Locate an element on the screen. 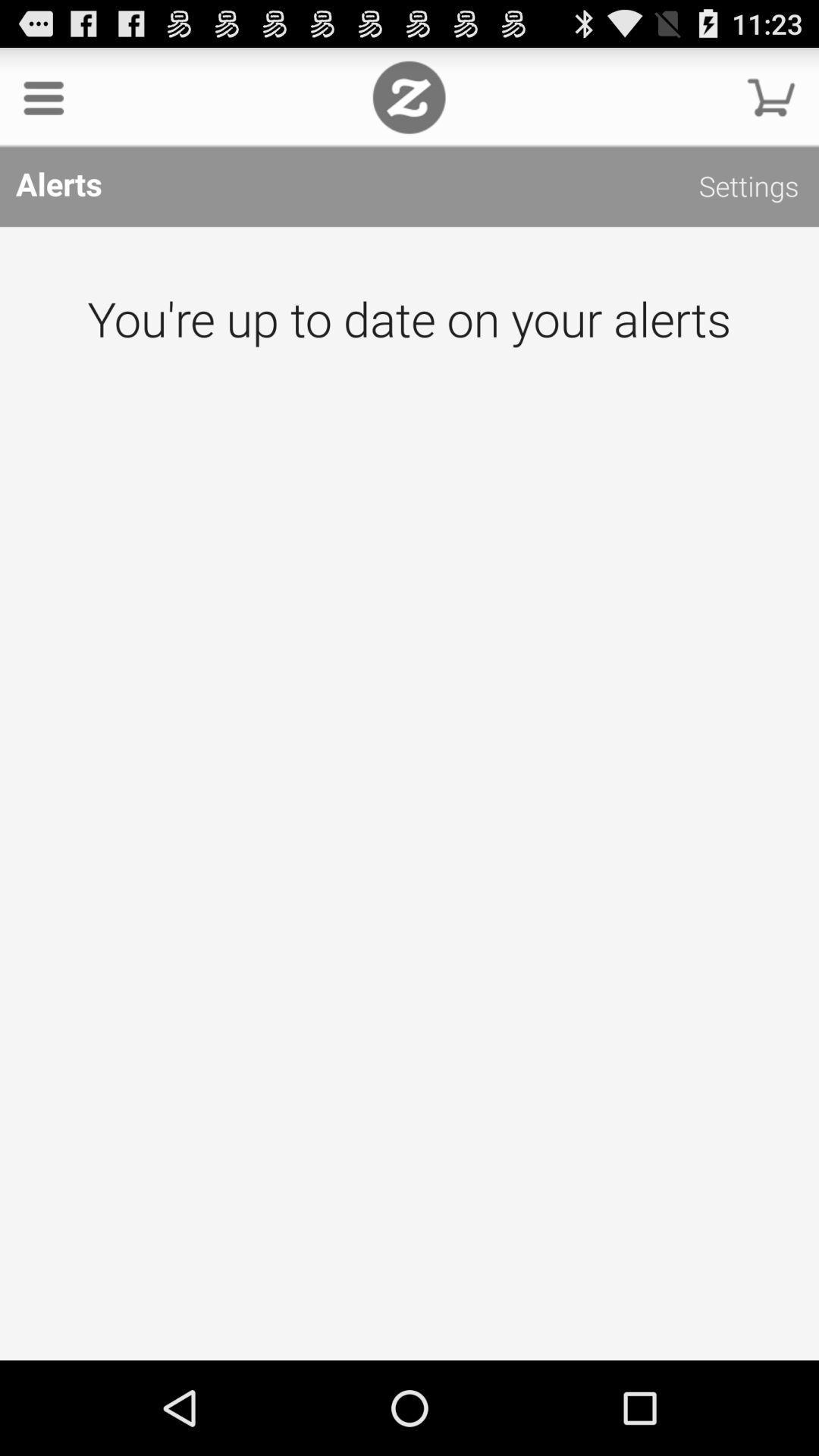 The image size is (819, 1456). the icon above alerts item is located at coordinates (408, 96).